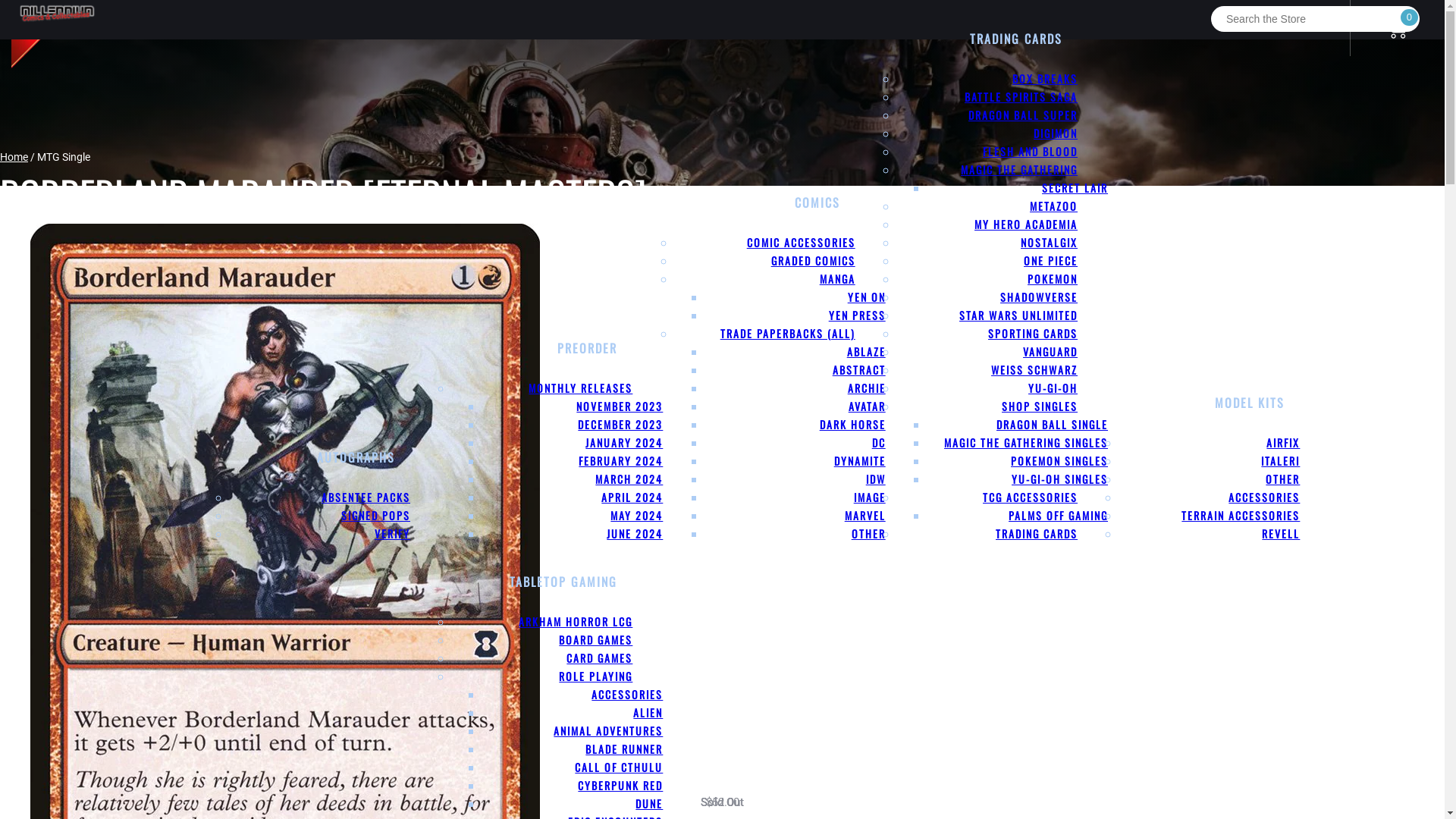 Image resolution: width=1456 pixels, height=819 pixels. I want to click on 'YEN PRESS', so click(857, 314).